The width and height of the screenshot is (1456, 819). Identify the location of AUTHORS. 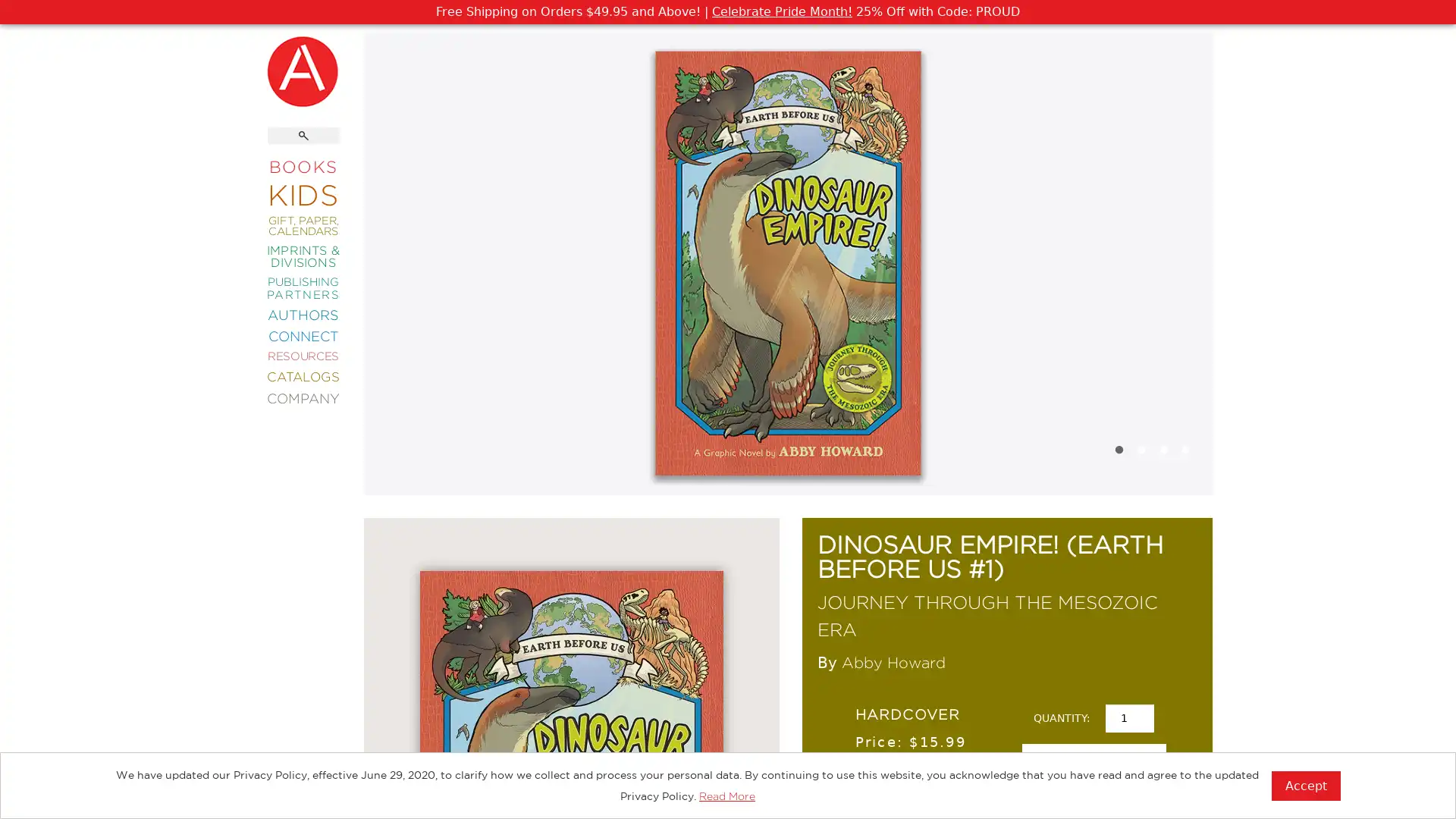
(303, 313).